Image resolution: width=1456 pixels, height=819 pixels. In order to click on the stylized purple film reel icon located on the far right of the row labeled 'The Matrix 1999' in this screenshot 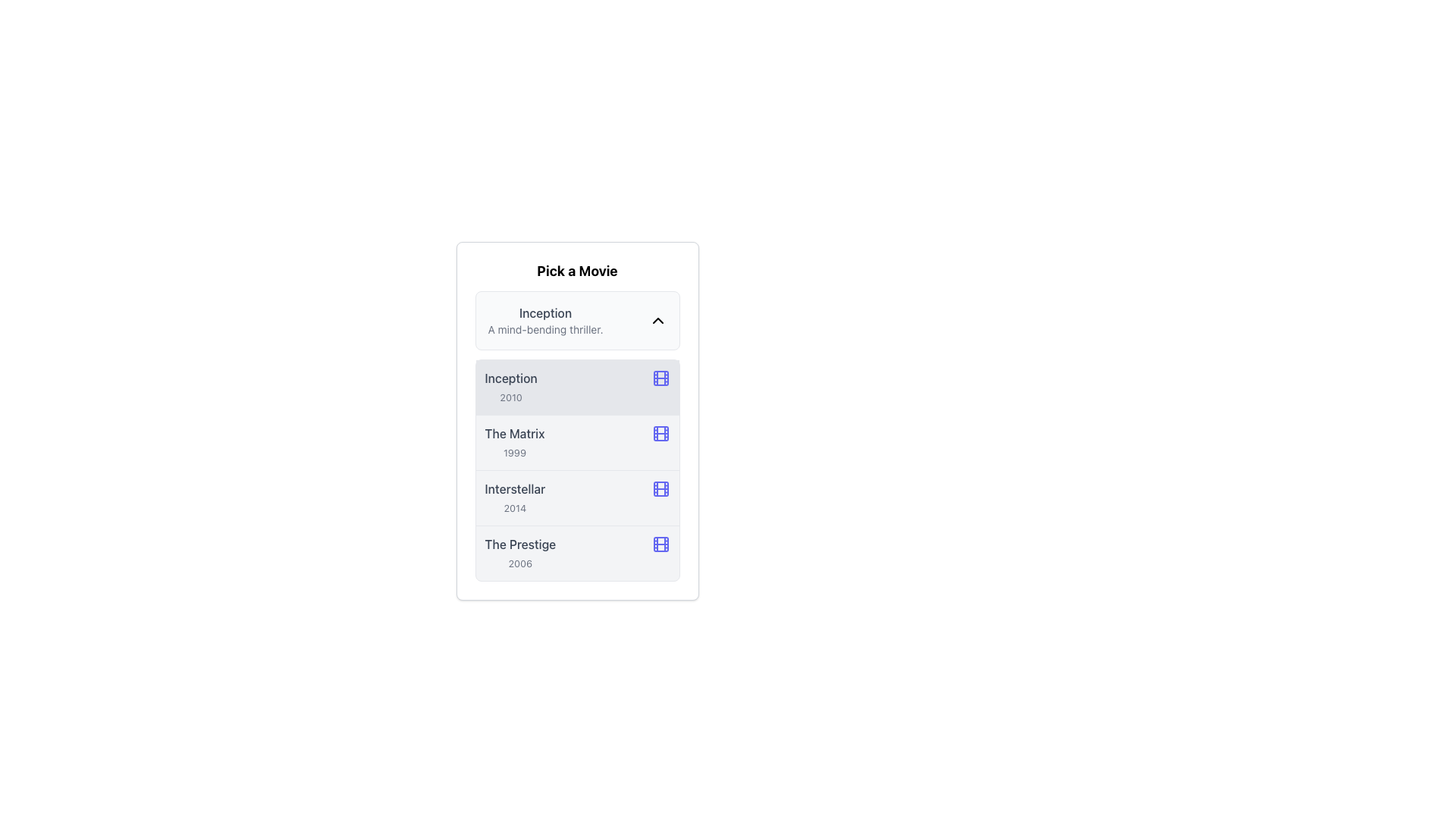, I will do `click(661, 433)`.